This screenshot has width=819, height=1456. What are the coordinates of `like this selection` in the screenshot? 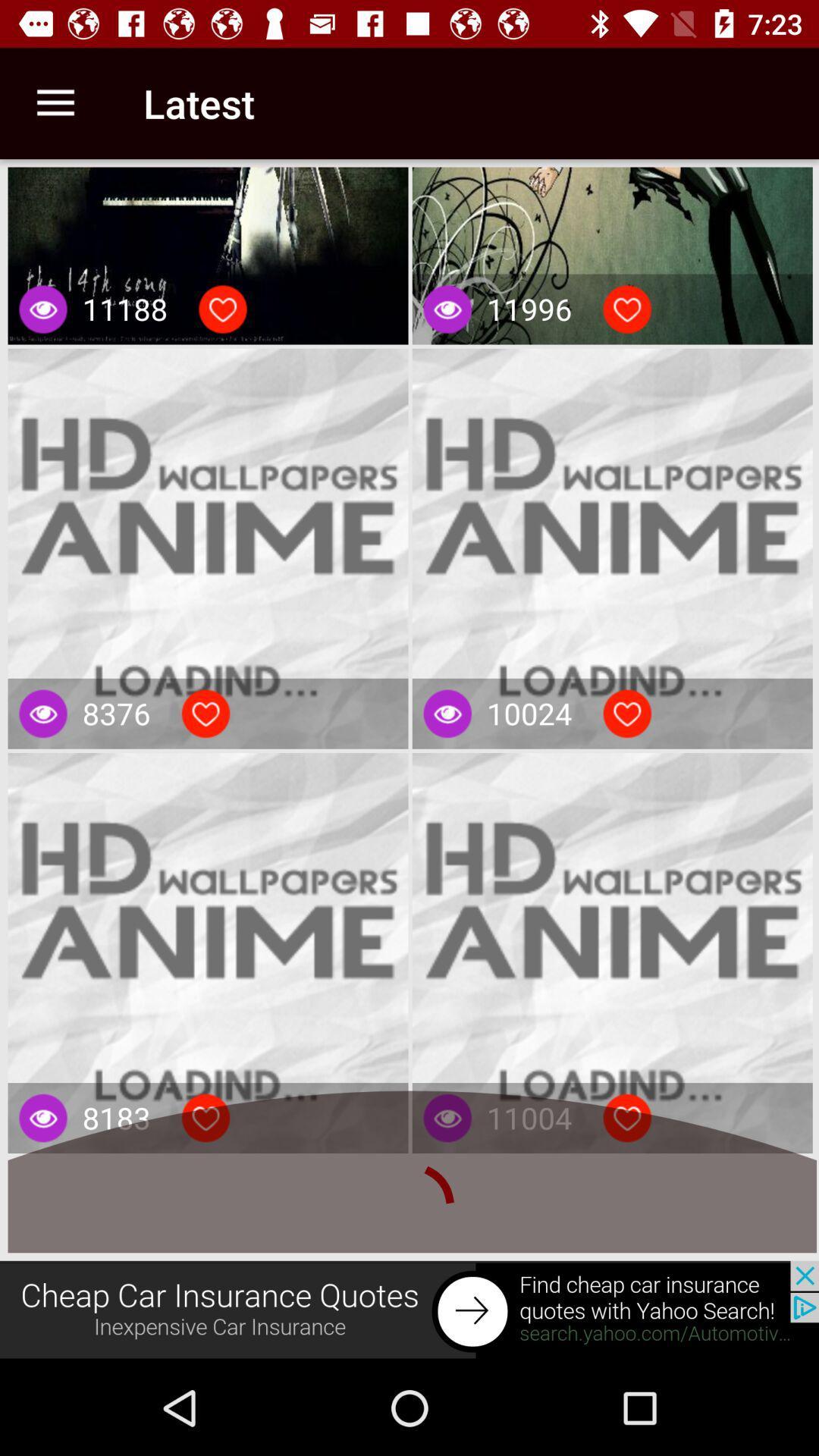 It's located at (627, 309).